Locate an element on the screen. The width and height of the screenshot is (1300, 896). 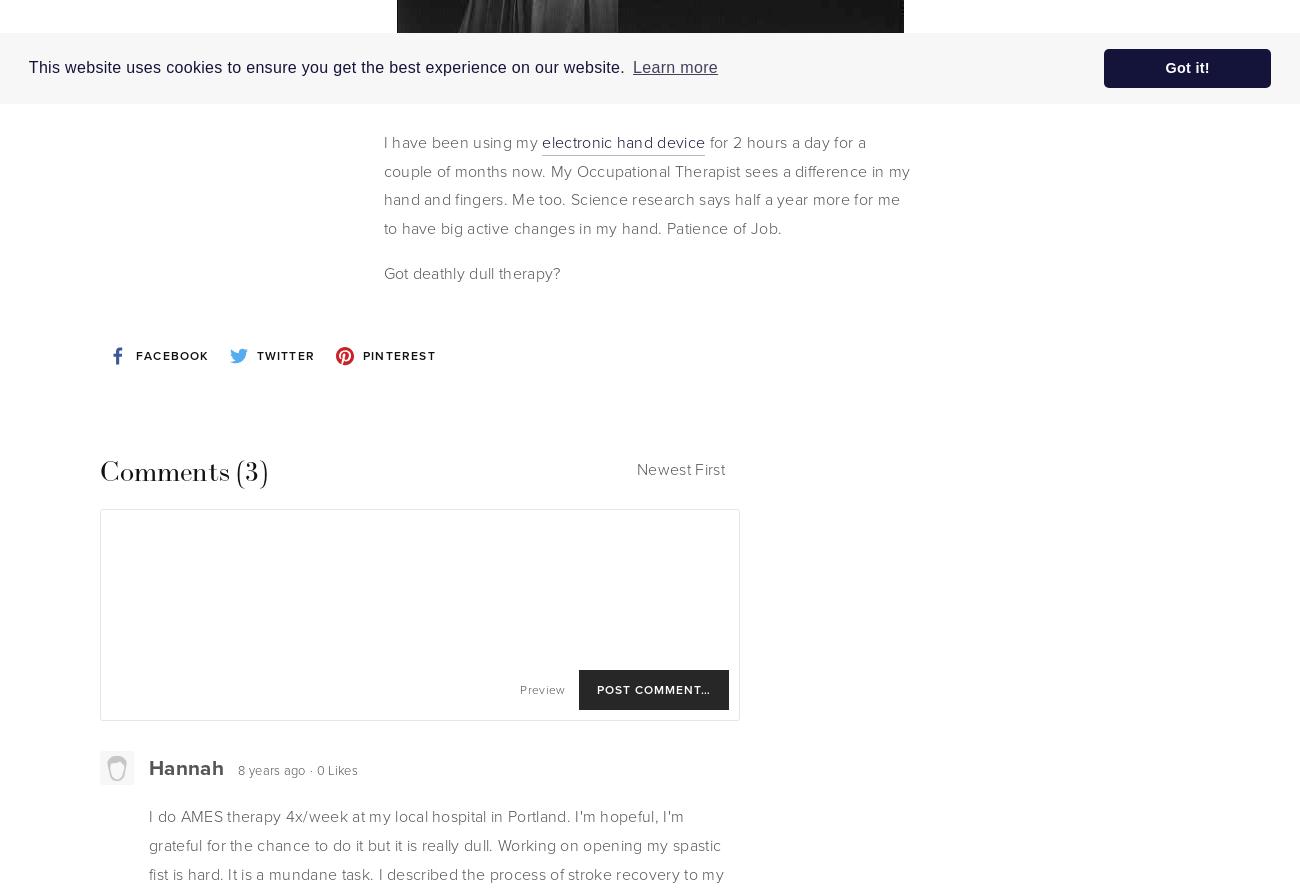
'electronic hand device' is located at coordinates (623, 141).